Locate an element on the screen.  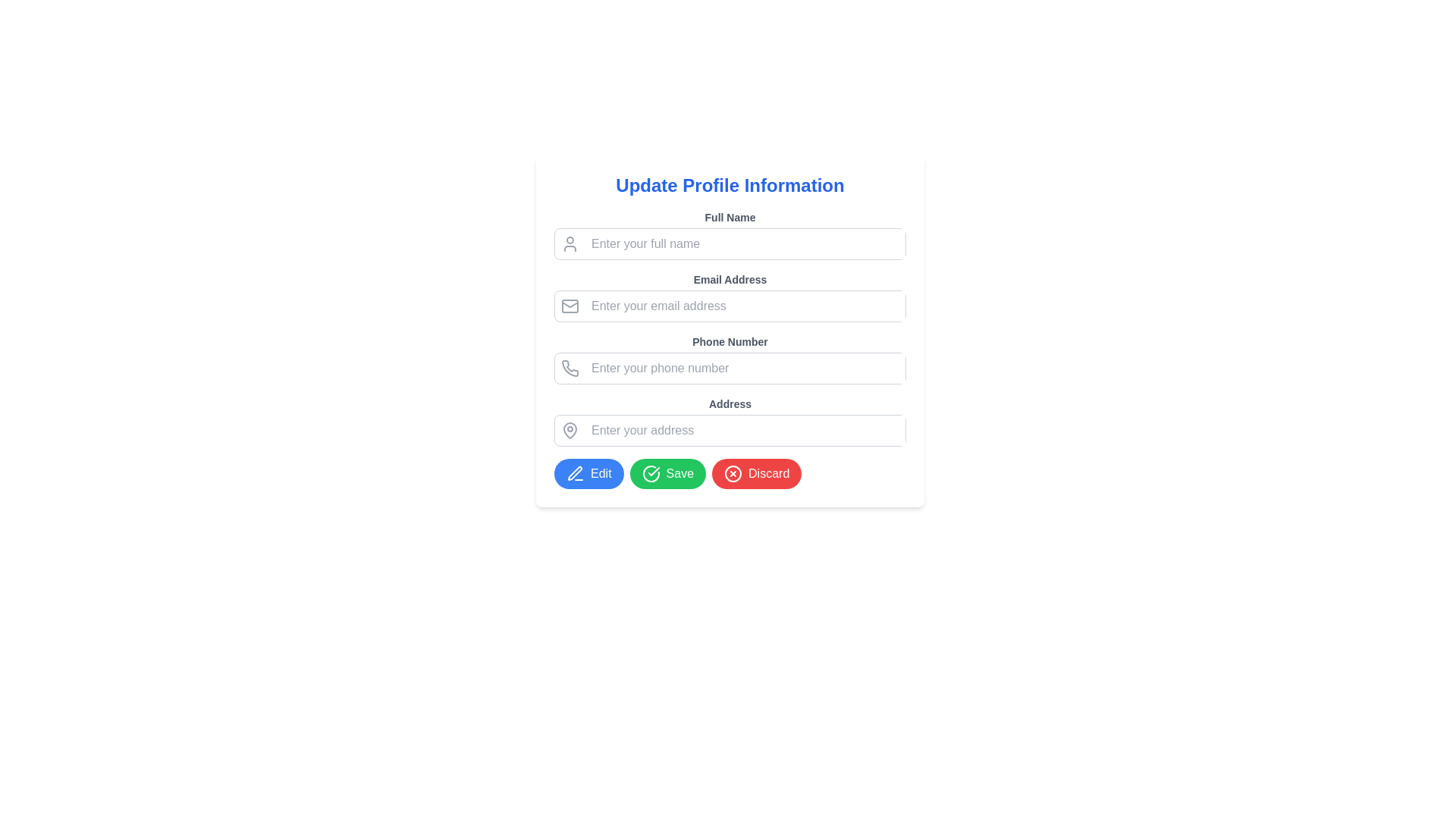
the small stylized user icon representing a profile or account, which is located to the left of the 'Full Name' text input field is located at coordinates (570, 243).